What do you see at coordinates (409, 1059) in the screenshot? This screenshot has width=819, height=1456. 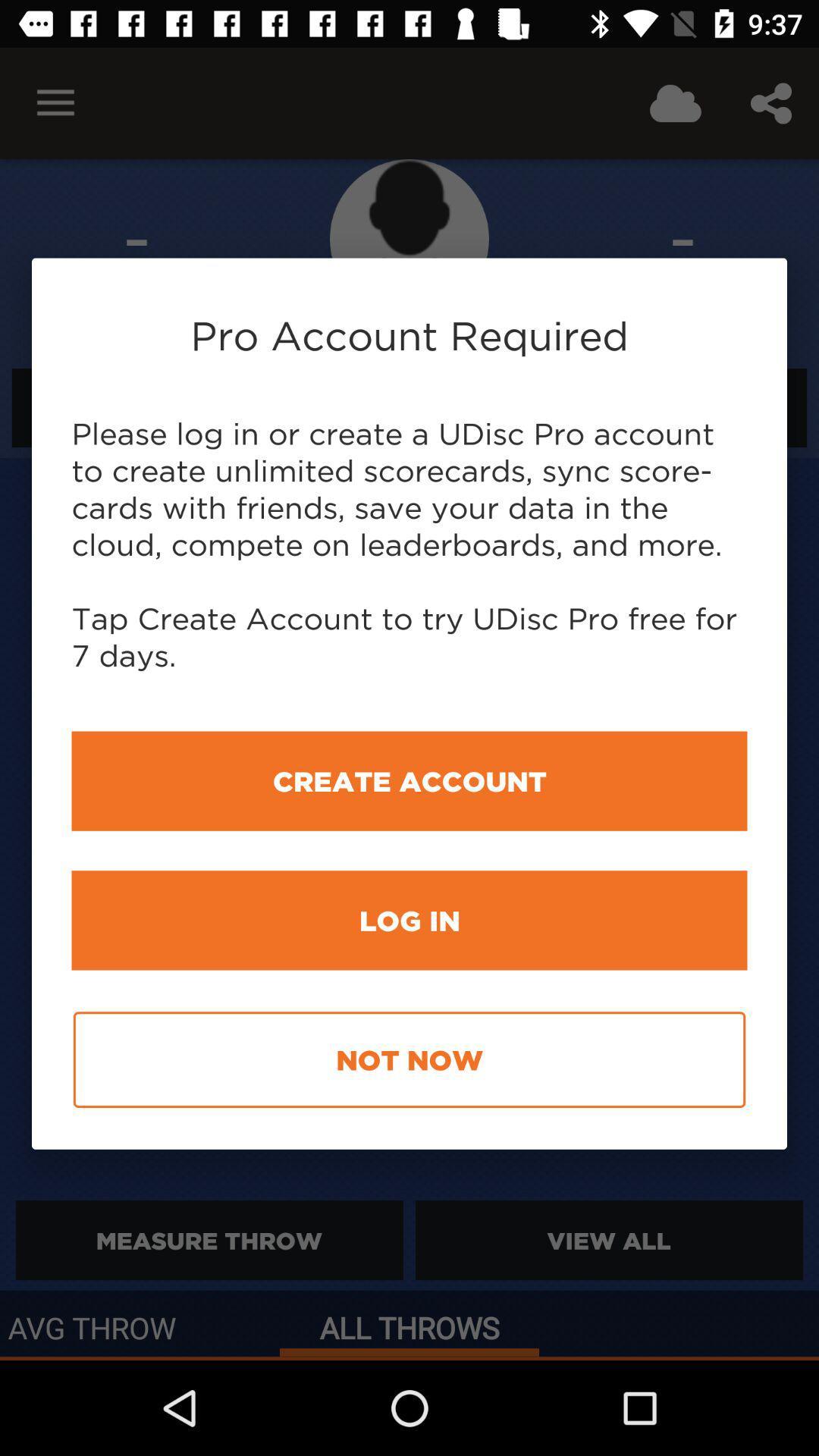 I see `item below log in icon` at bounding box center [409, 1059].